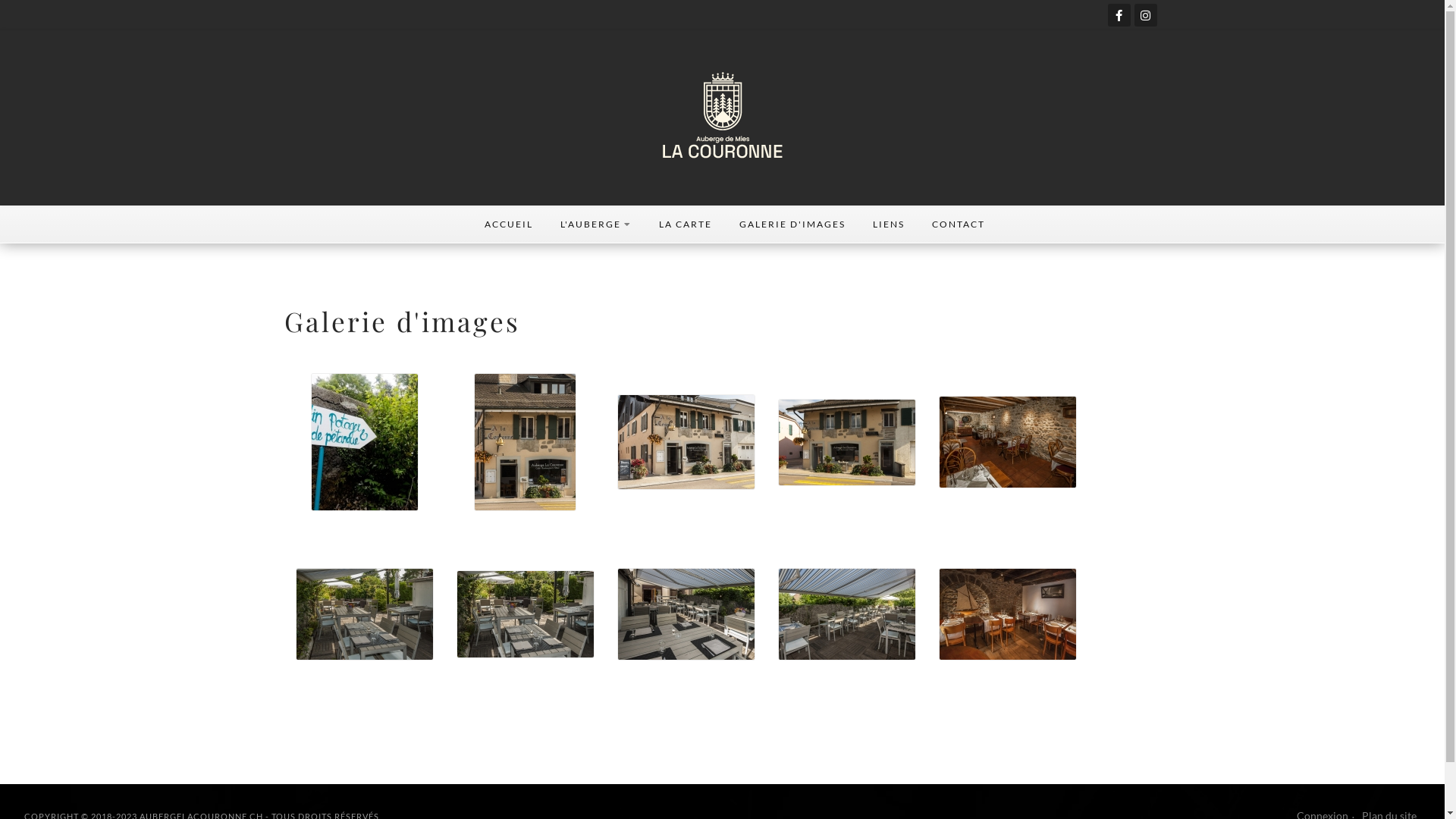 The image size is (1456, 819). I want to click on 'CONTACT', so click(956, 224).